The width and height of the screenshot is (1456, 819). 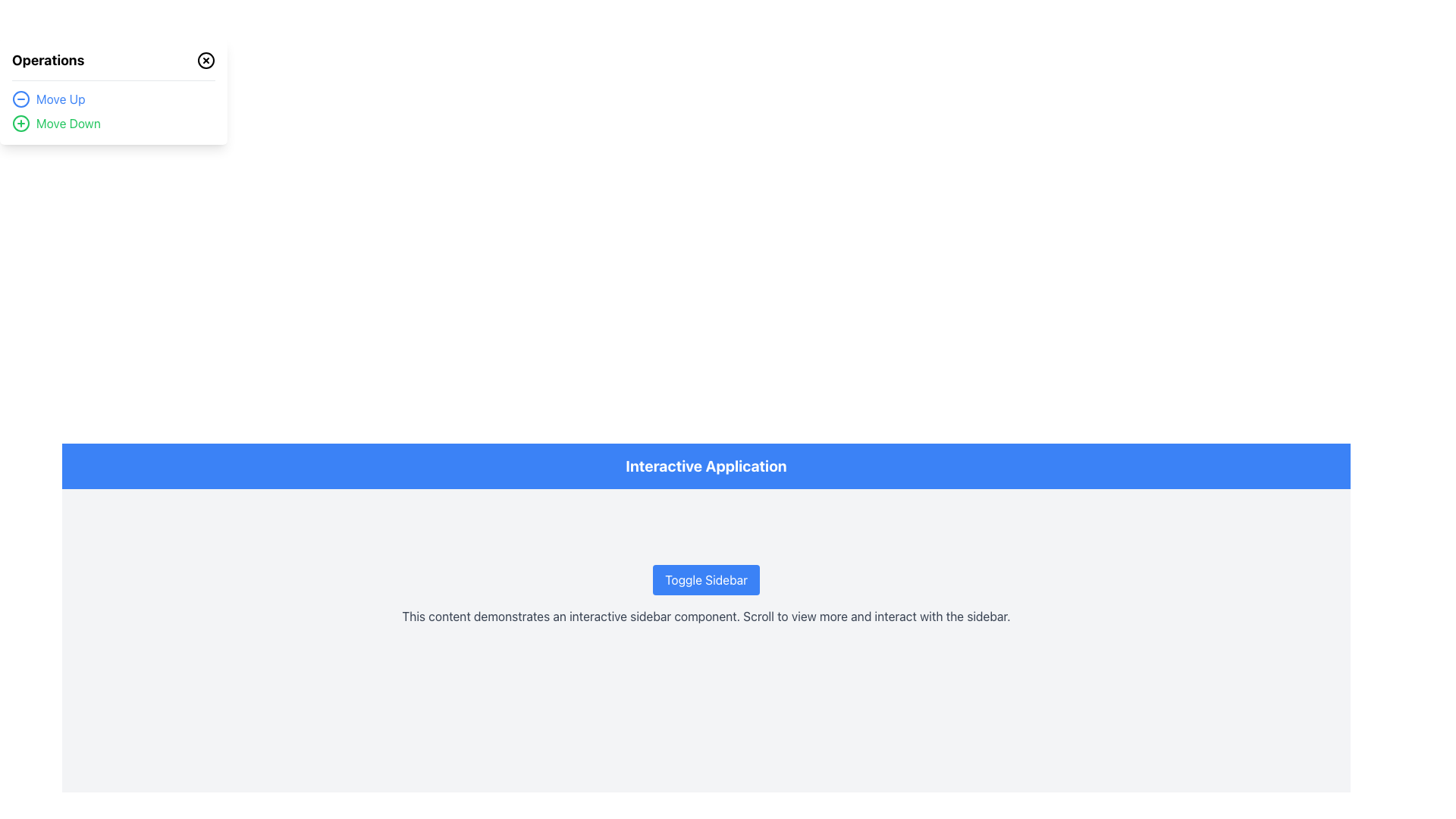 What do you see at coordinates (206, 60) in the screenshot?
I see `the SVG Circle that forms the outer border of the close or cancel icon located in the top-right corner of the Operations section` at bounding box center [206, 60].